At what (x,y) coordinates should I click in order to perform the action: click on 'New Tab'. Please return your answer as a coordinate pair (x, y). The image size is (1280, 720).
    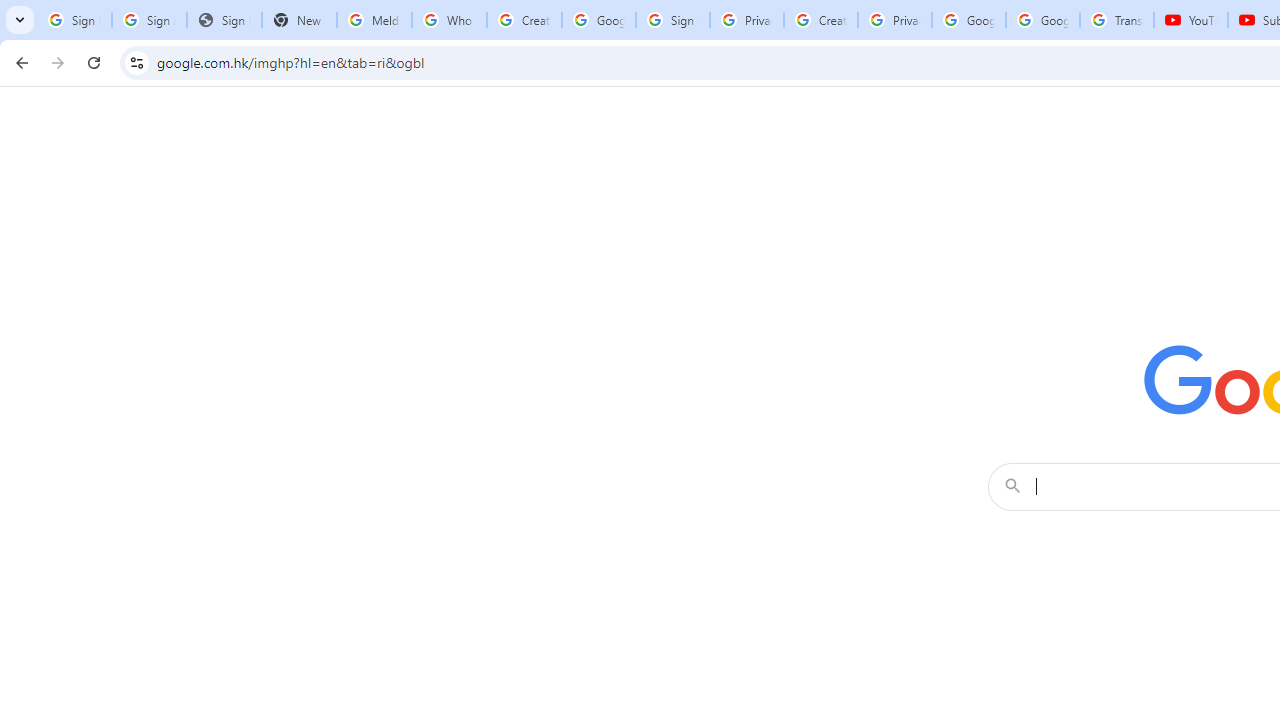
    Looking at the image, I should click on (298, 20).